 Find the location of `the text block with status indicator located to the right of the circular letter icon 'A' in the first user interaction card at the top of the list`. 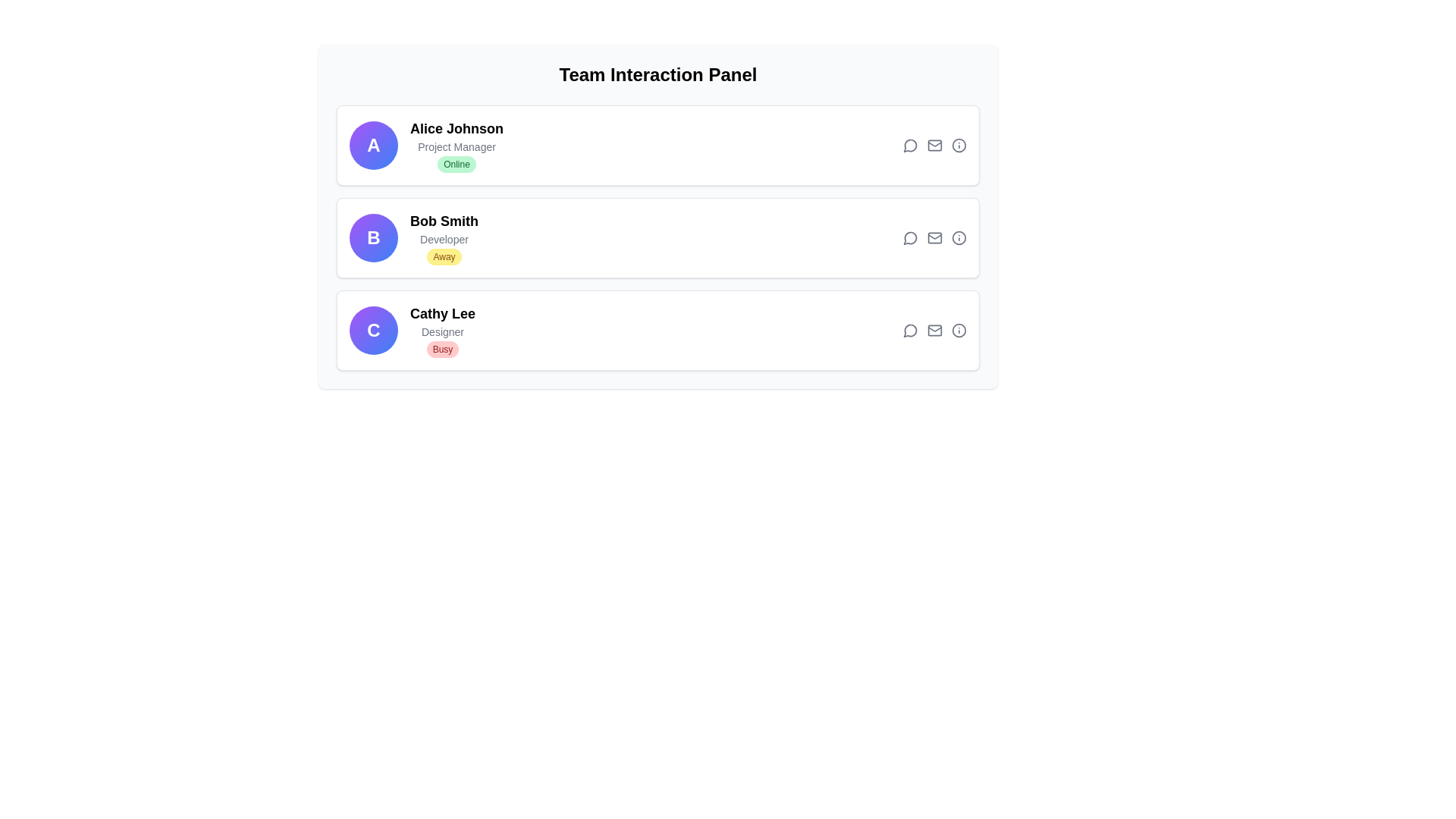

the text block with status indicator located to the right of the circular letter icon 'A' in the first user interaction card at the top of the list is located at coordinates (456, 146).